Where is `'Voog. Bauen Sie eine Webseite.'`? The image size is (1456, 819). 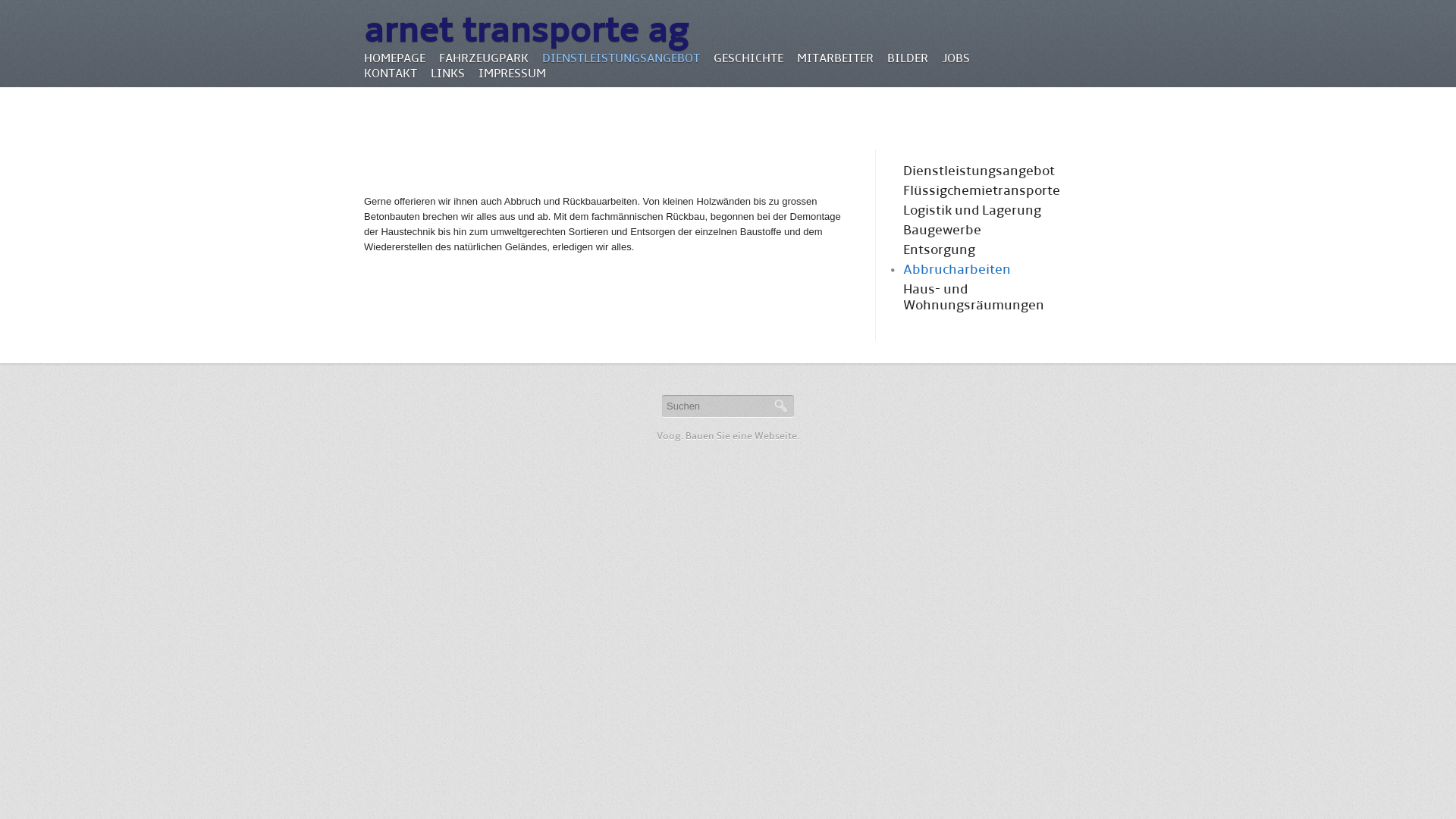 'Voog. Bauen Sie eine Webseite.' is located at coordinates (728, 435).